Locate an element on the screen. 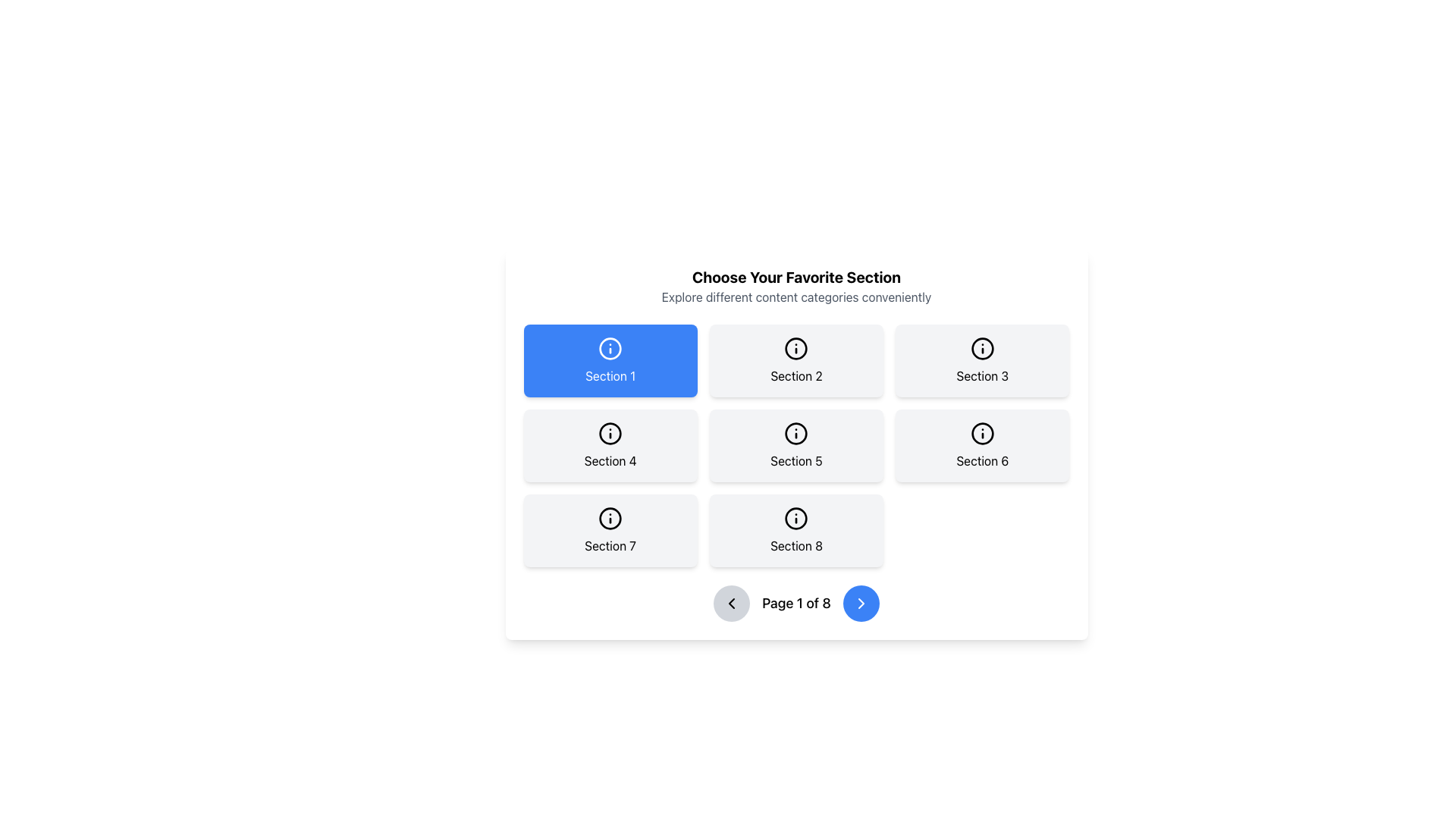  the icon located in 'Section 7', which is part of the 'Choose Your Favorite Section' interface and is positioned in the first element of the third row of the grid layout is located at coordinates (610, 517).